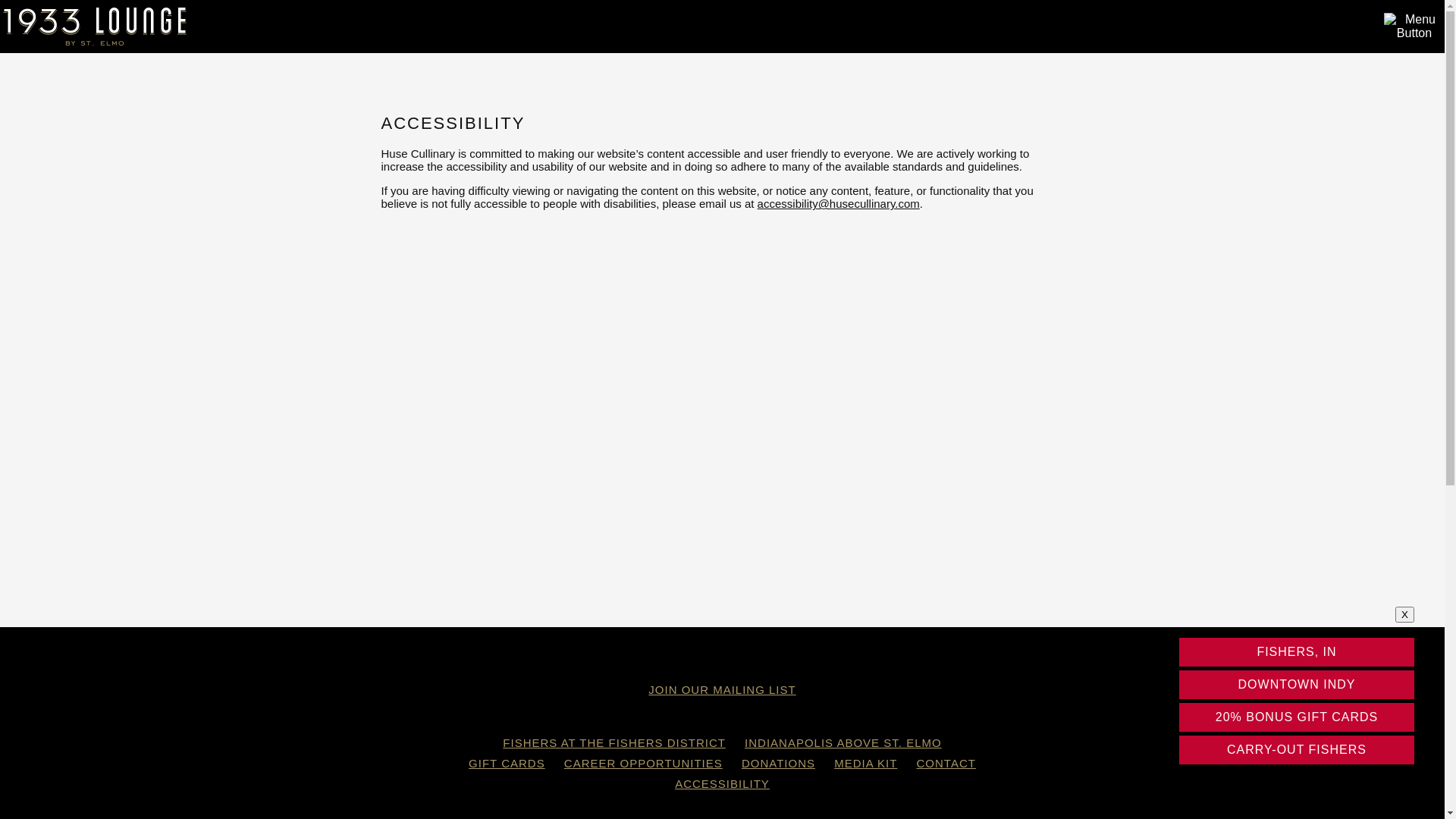  What do you see at coordinates (1295, 651) in the screenshot?
I see `'FISHERS, IN'` at bounding box center [1295, 651].